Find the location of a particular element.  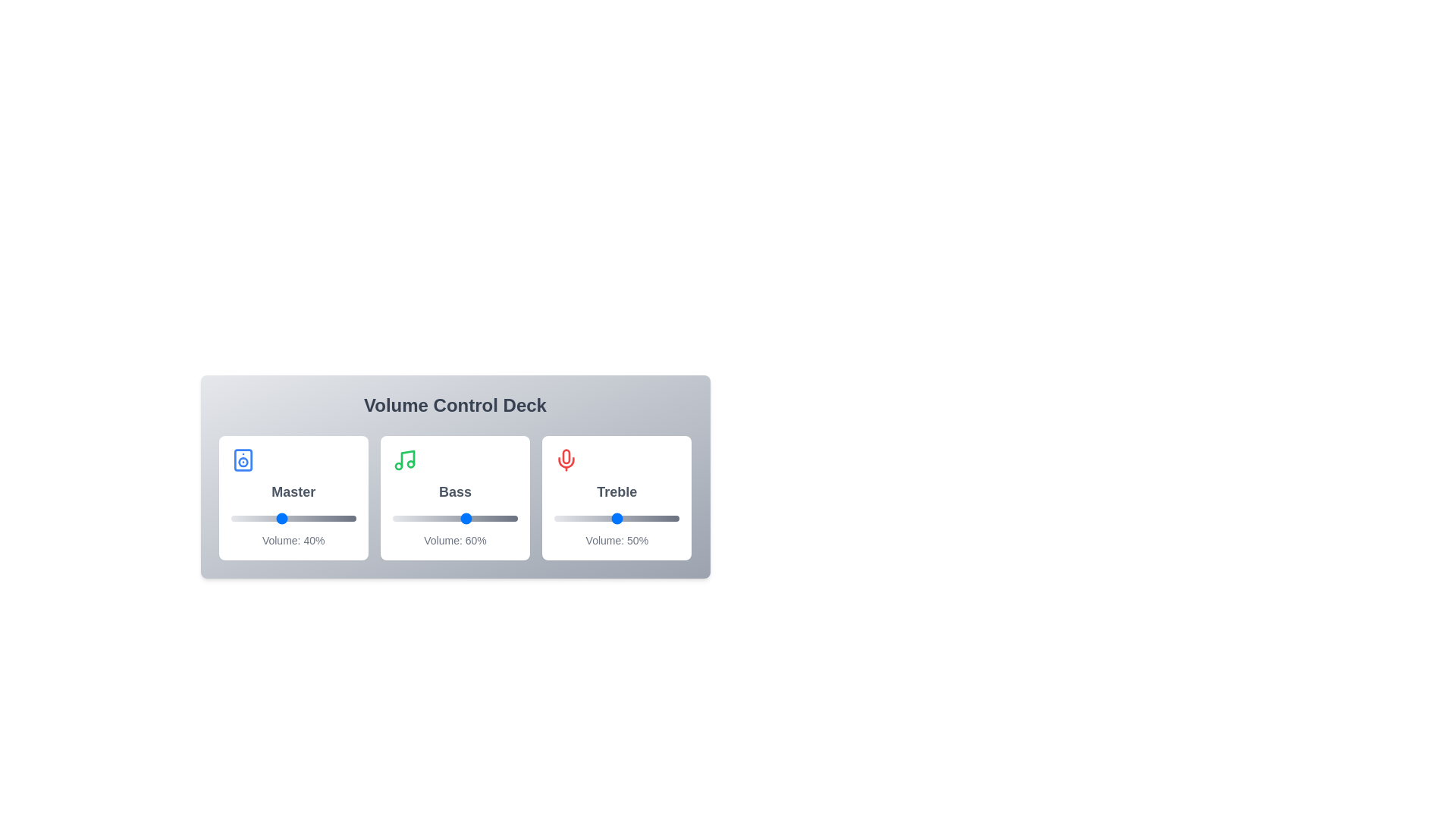

the Treble volume slider to 63% is located at coordinates (633, 517).